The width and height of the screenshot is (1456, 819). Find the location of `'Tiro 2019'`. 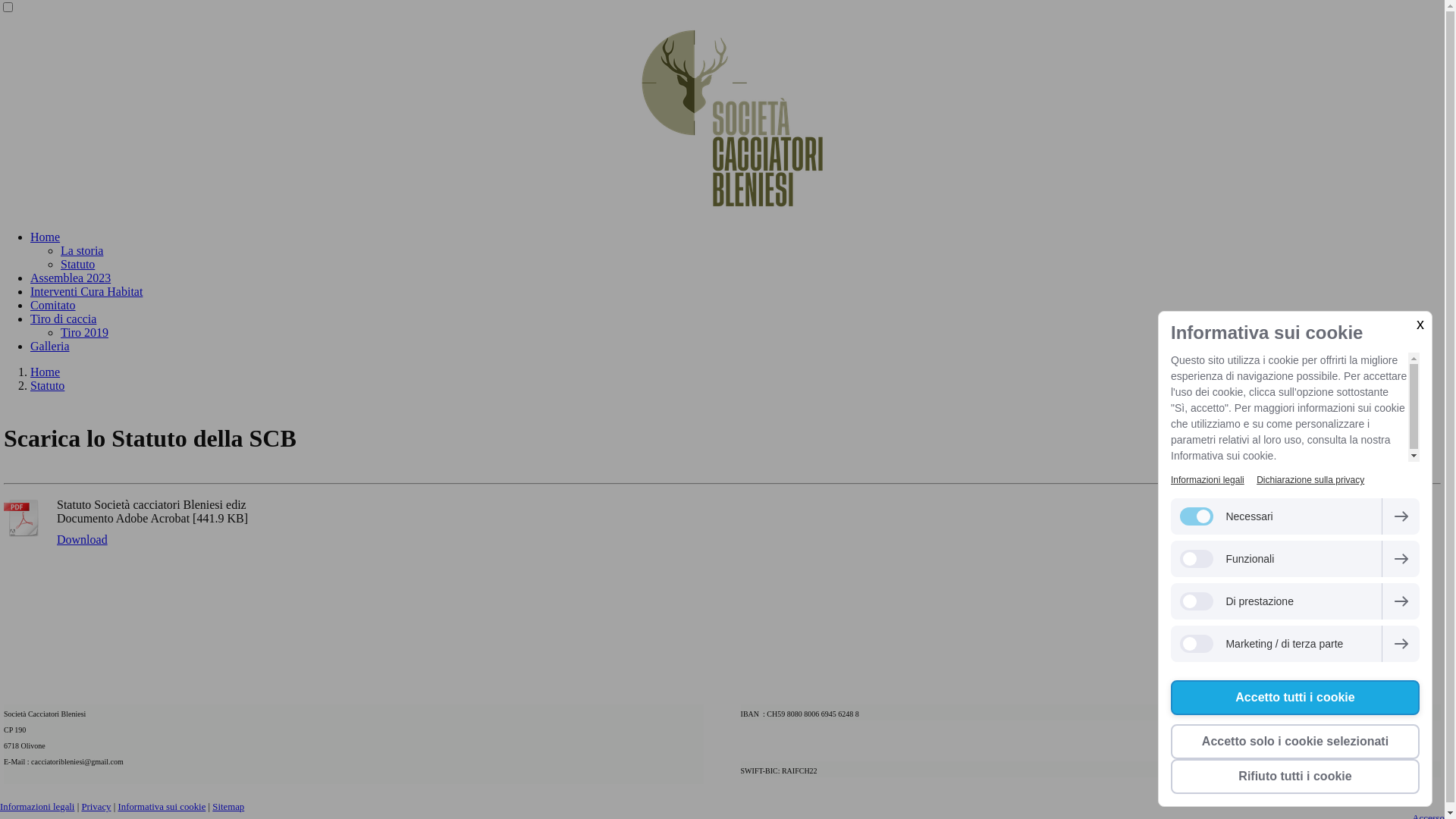

'Tiro 2019' is located at coordinates (83, 331).